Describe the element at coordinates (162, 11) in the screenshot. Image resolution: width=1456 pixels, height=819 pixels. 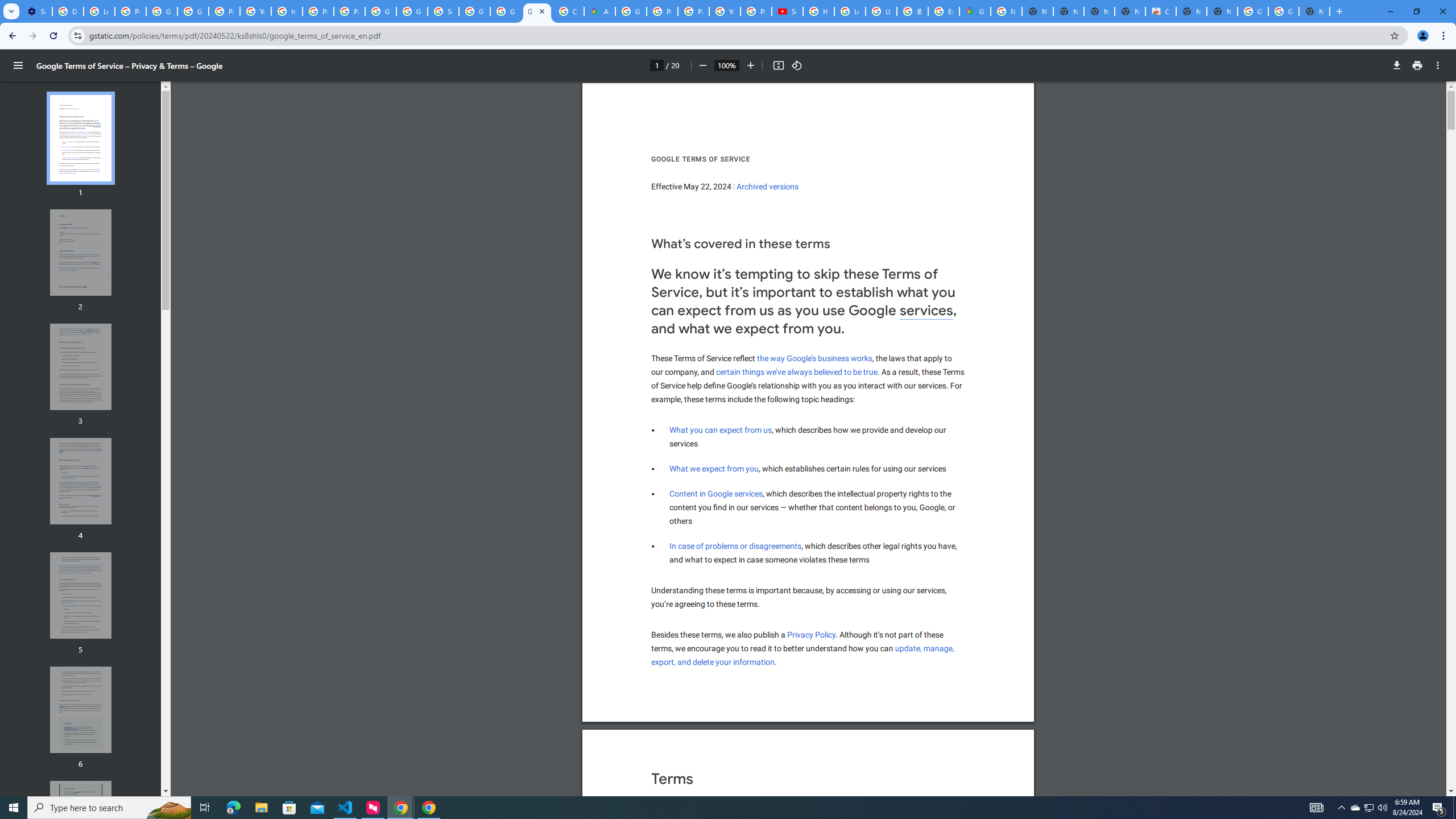
I see `'Google Account Help'` at that location.